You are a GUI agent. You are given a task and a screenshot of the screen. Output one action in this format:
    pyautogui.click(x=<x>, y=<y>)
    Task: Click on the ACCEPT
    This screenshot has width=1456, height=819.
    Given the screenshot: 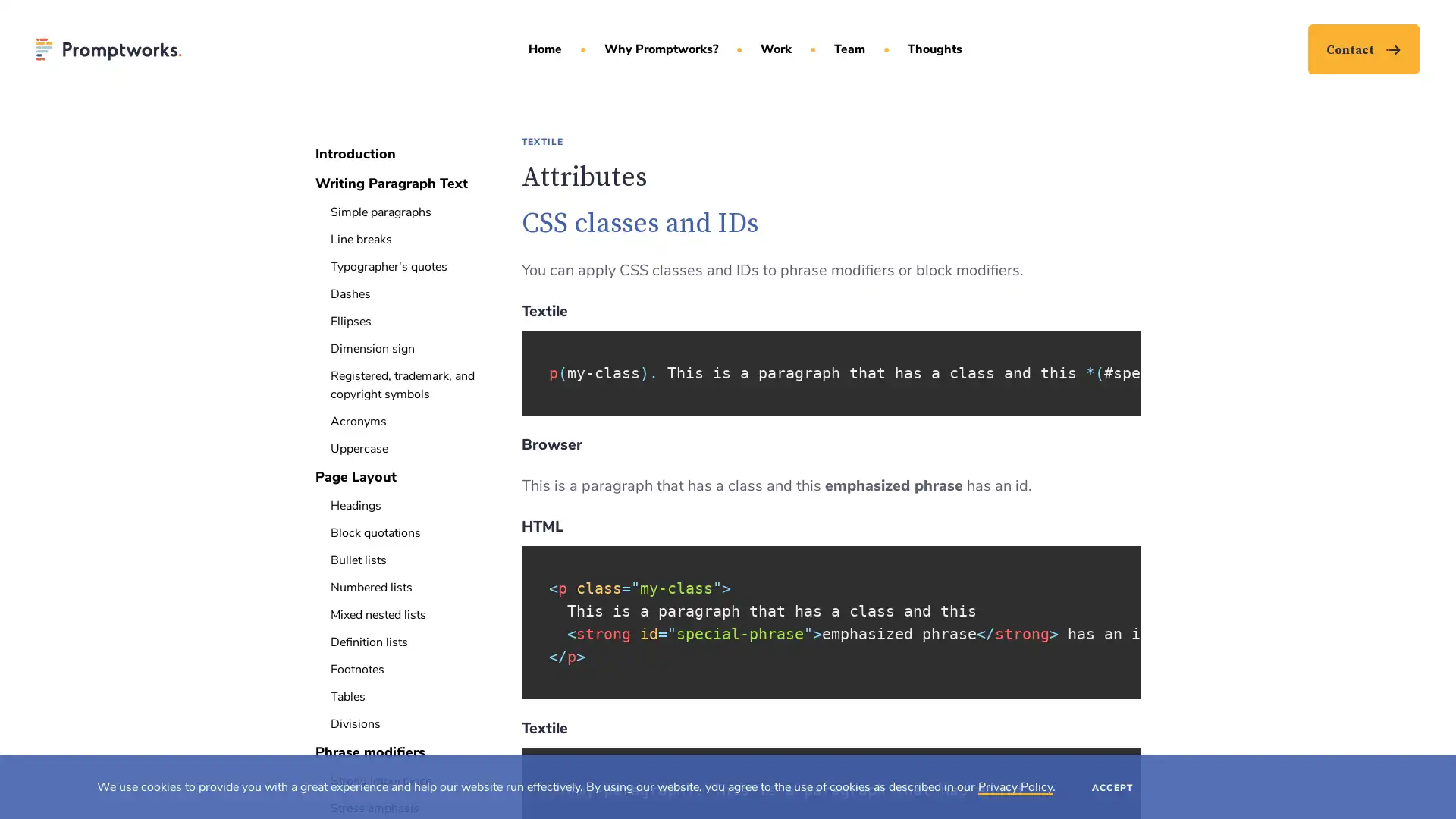 What is the action you would take?
    pyautogui.click(x=1112, y=786)
    